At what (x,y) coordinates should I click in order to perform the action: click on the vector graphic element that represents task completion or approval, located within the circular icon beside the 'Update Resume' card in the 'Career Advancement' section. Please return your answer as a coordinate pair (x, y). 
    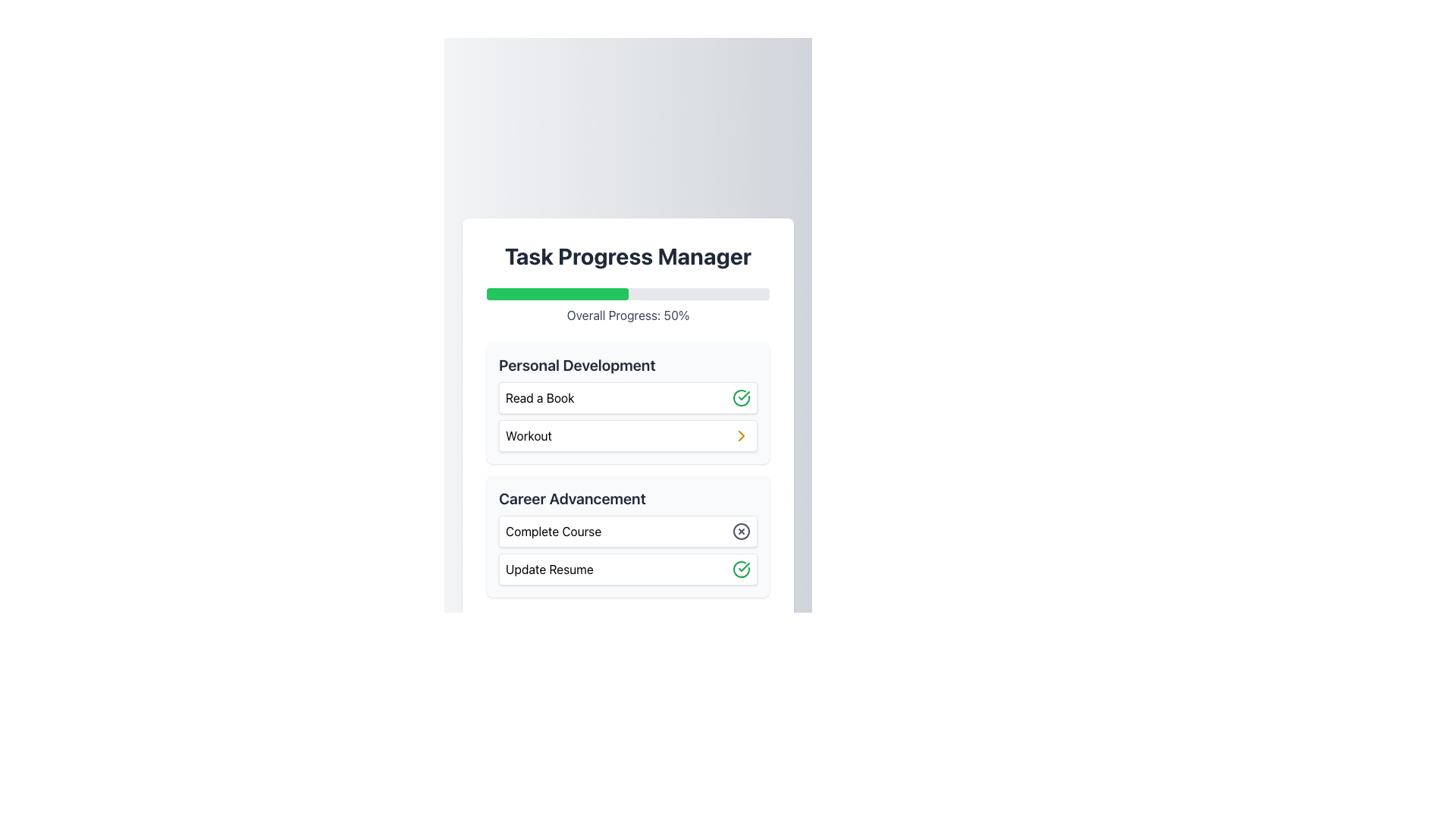
    Looking at the image, I should click on (742, 397).